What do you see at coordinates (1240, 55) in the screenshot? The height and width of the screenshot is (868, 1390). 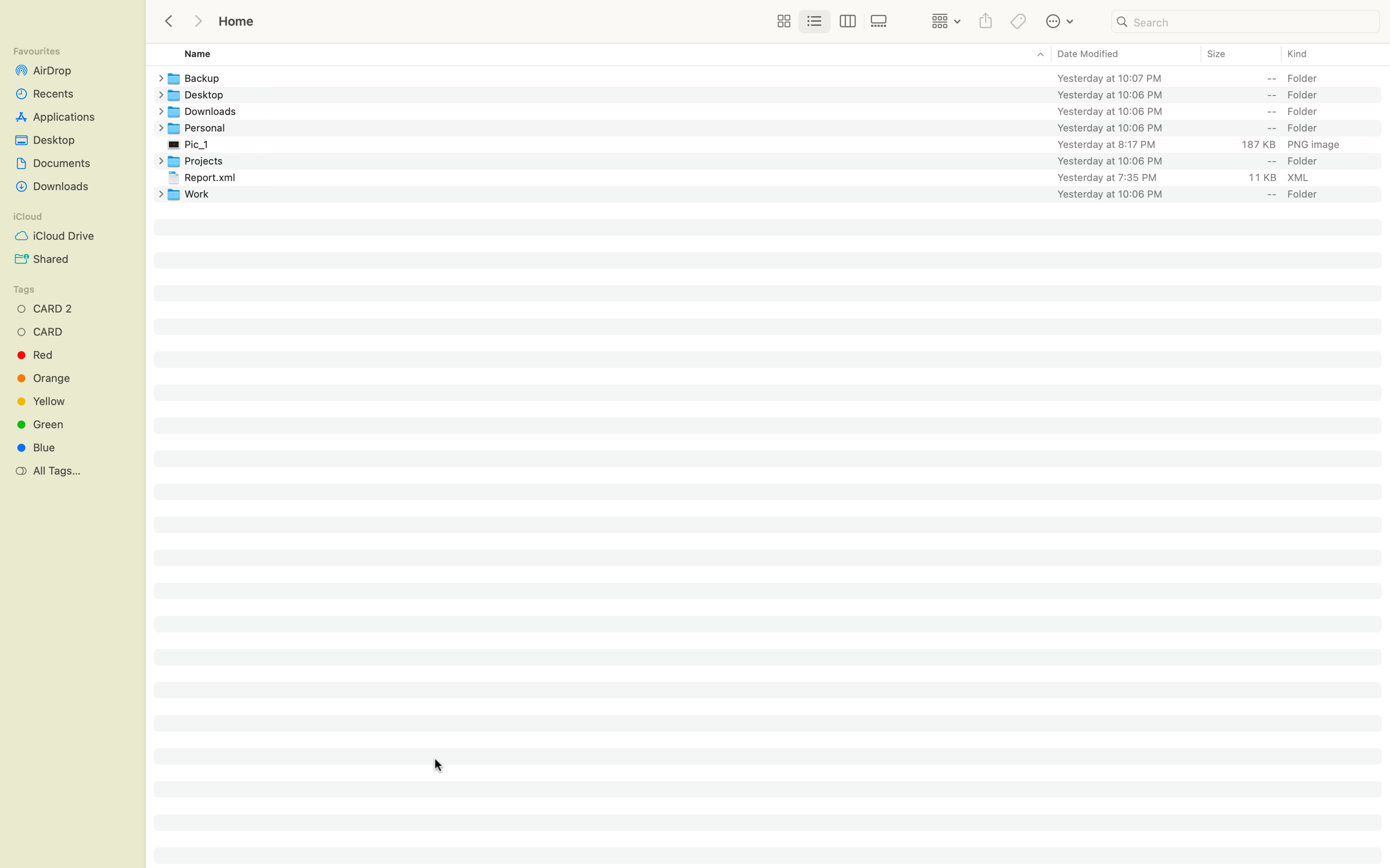 I see `Sort the files by size in ascending order` at bounding box center [1240, 55].